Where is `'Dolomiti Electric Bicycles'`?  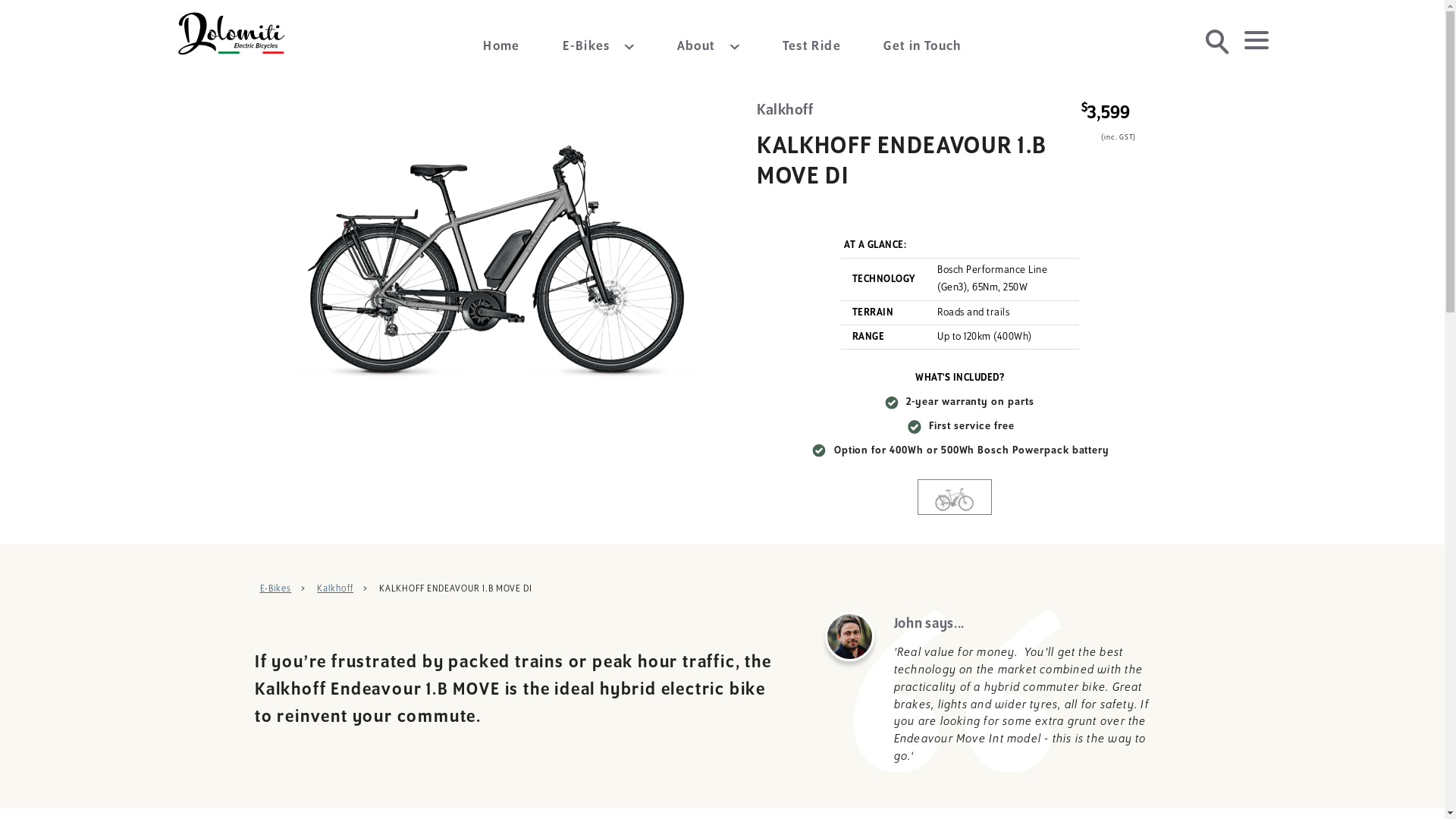
'Dolomiti Electric Bicycles' is located at coordinates (232, 34).